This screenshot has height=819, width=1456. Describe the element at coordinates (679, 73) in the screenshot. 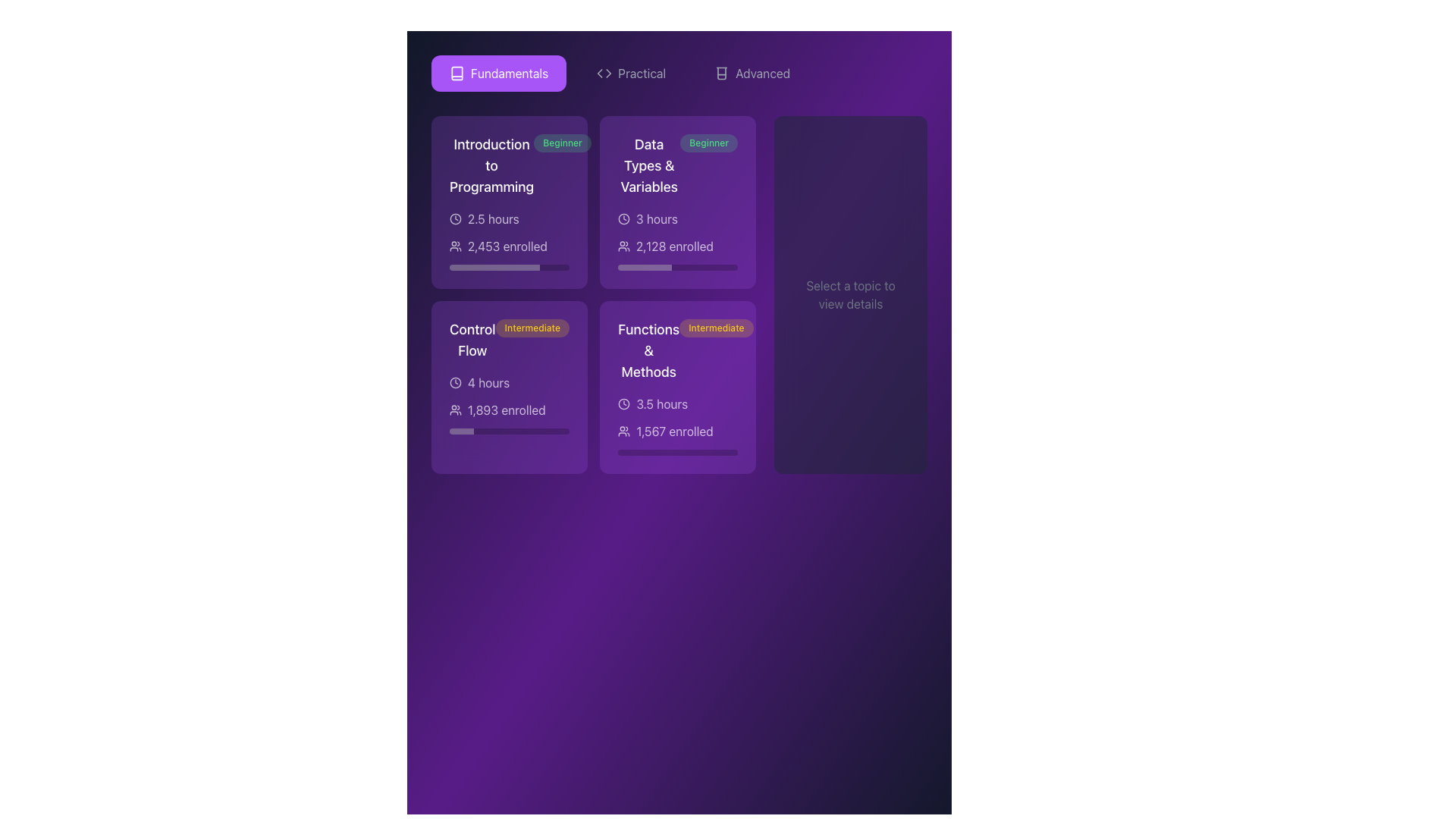

I see `the 'Practical' tab in the tab group` at that location.